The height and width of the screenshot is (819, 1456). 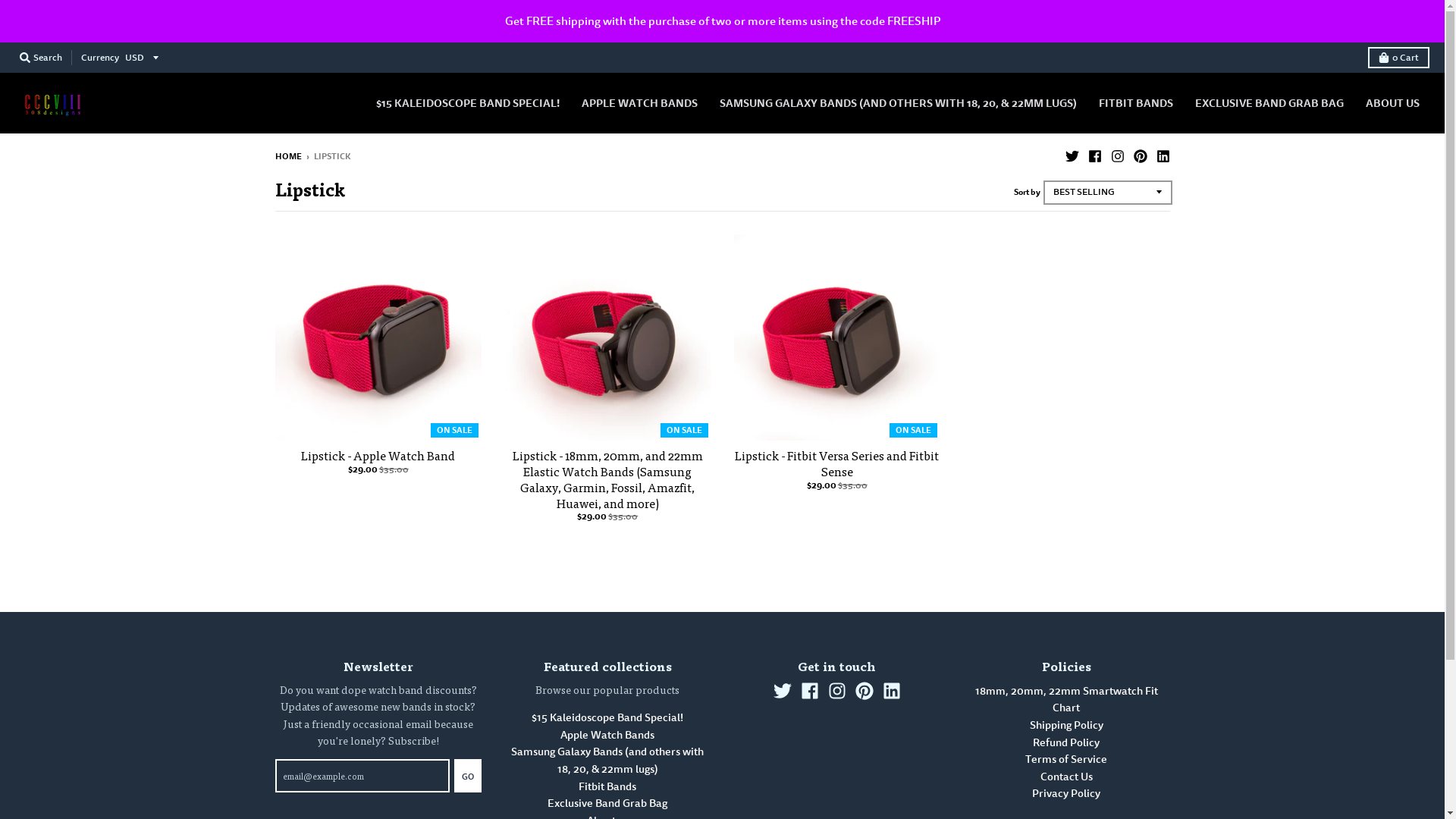 What do you see at coordinates (467, 102) in the screenshot?
I see `'$15 KALEIDOSCOPE BAND SPECIAL!'` at bounding box center [467, 102].